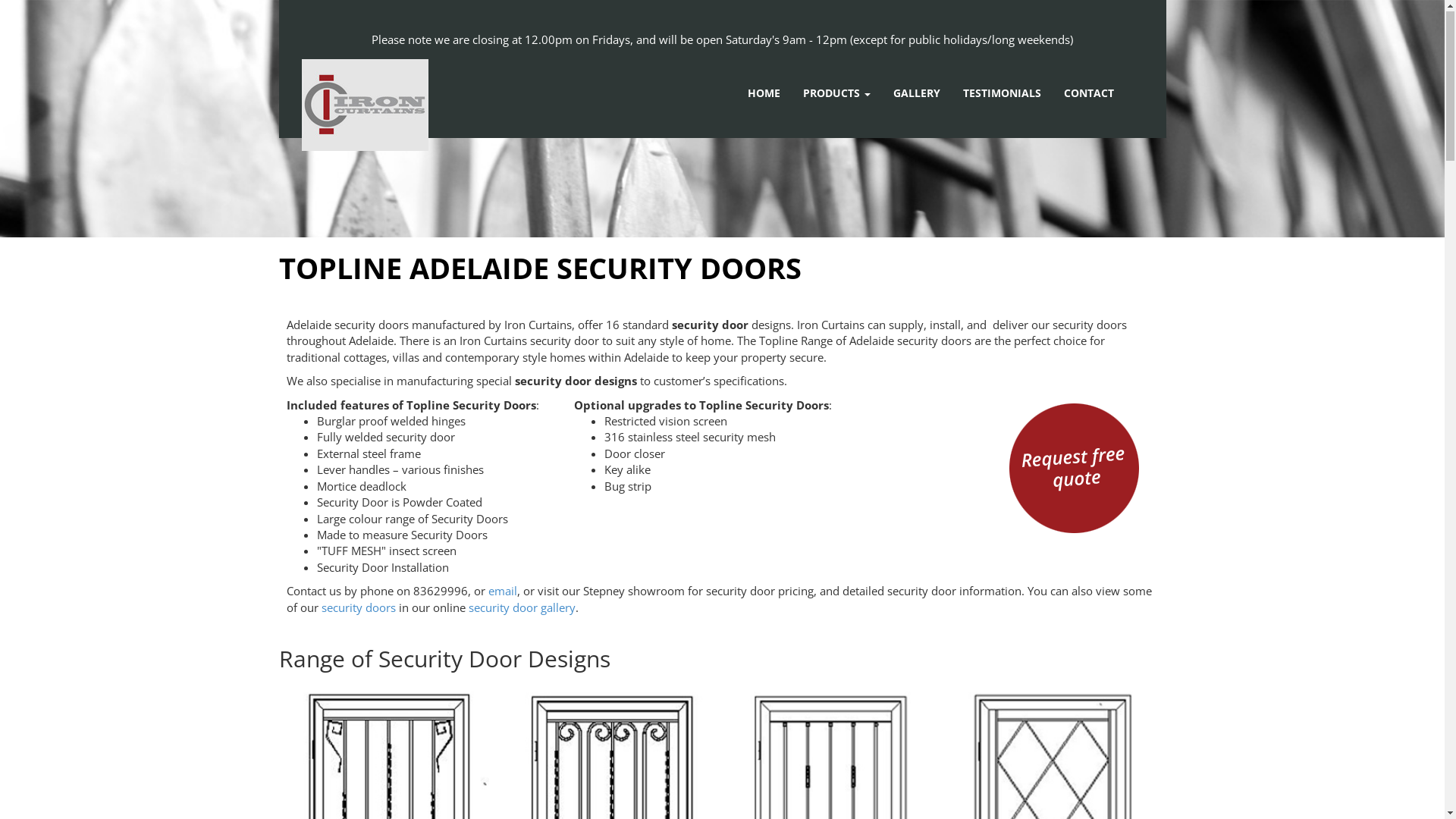  What do you see at coordinates (468, 607) in the screenshot?
I see `'security door gallery'` at bounding box center [468, 607].